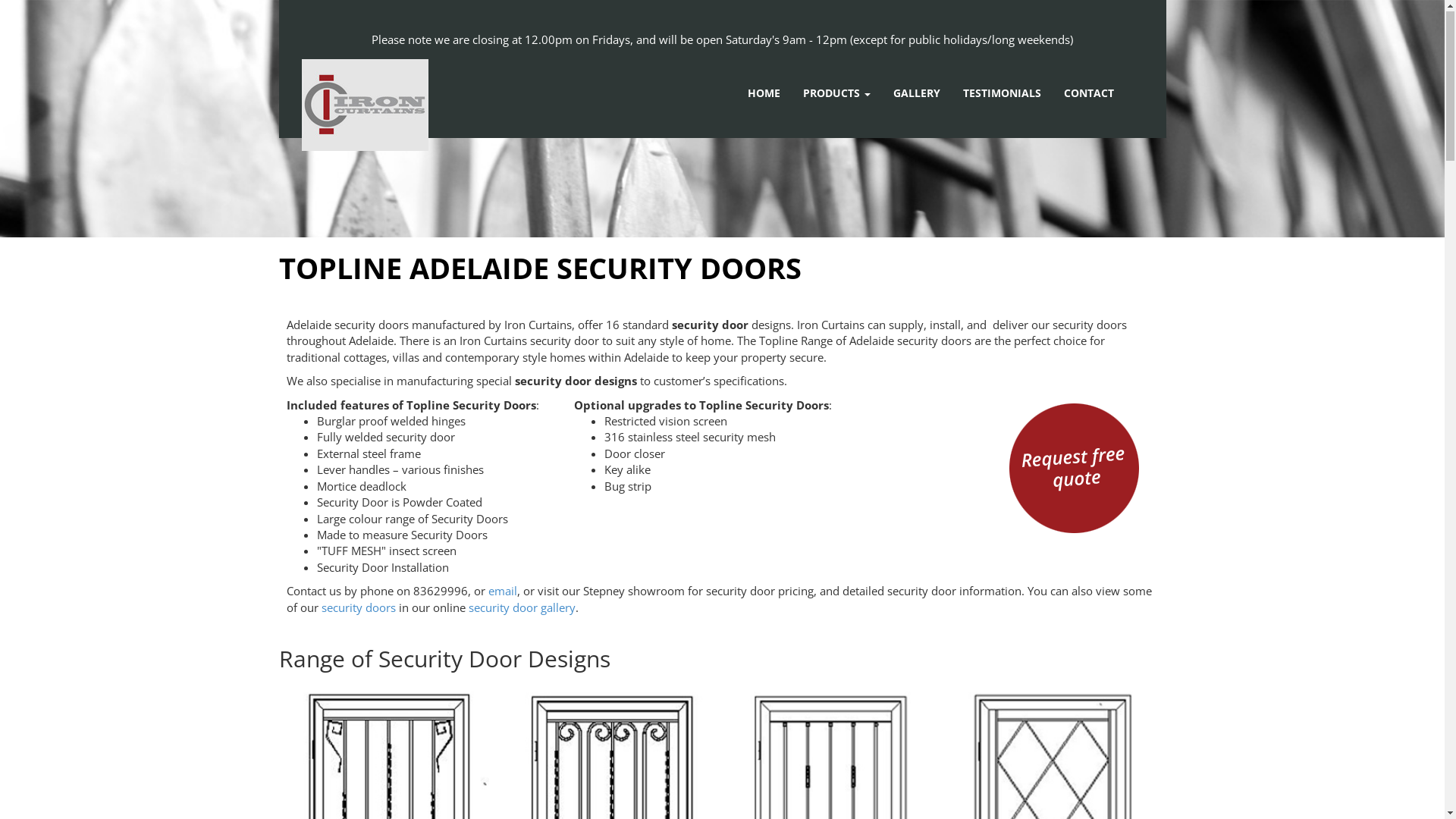  What do you see at coordinates (468, 607) in the screenshot?
I see `'security door gallery'` at bounding box center [468, 607].